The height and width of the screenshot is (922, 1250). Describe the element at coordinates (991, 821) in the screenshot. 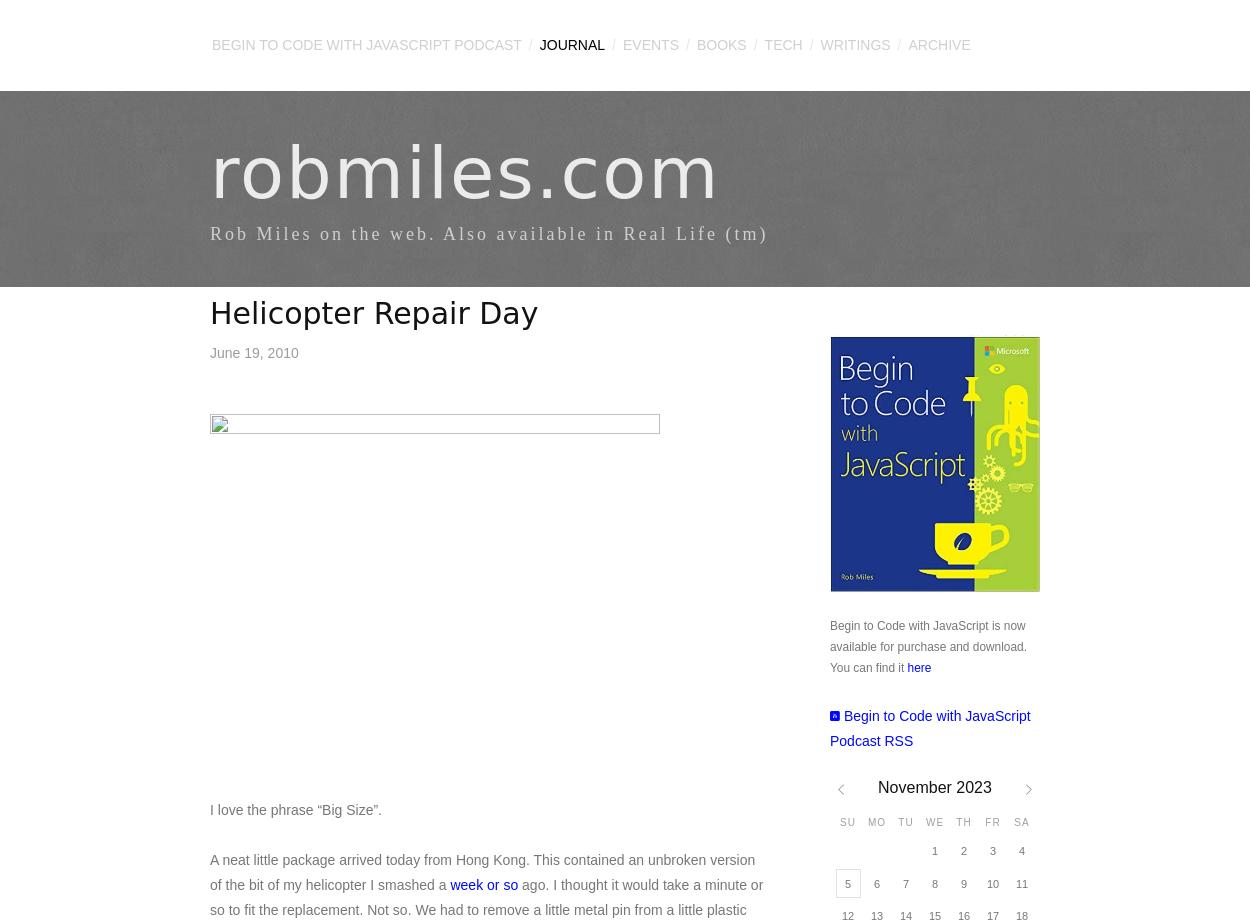

I see `'Fr'` at that location.